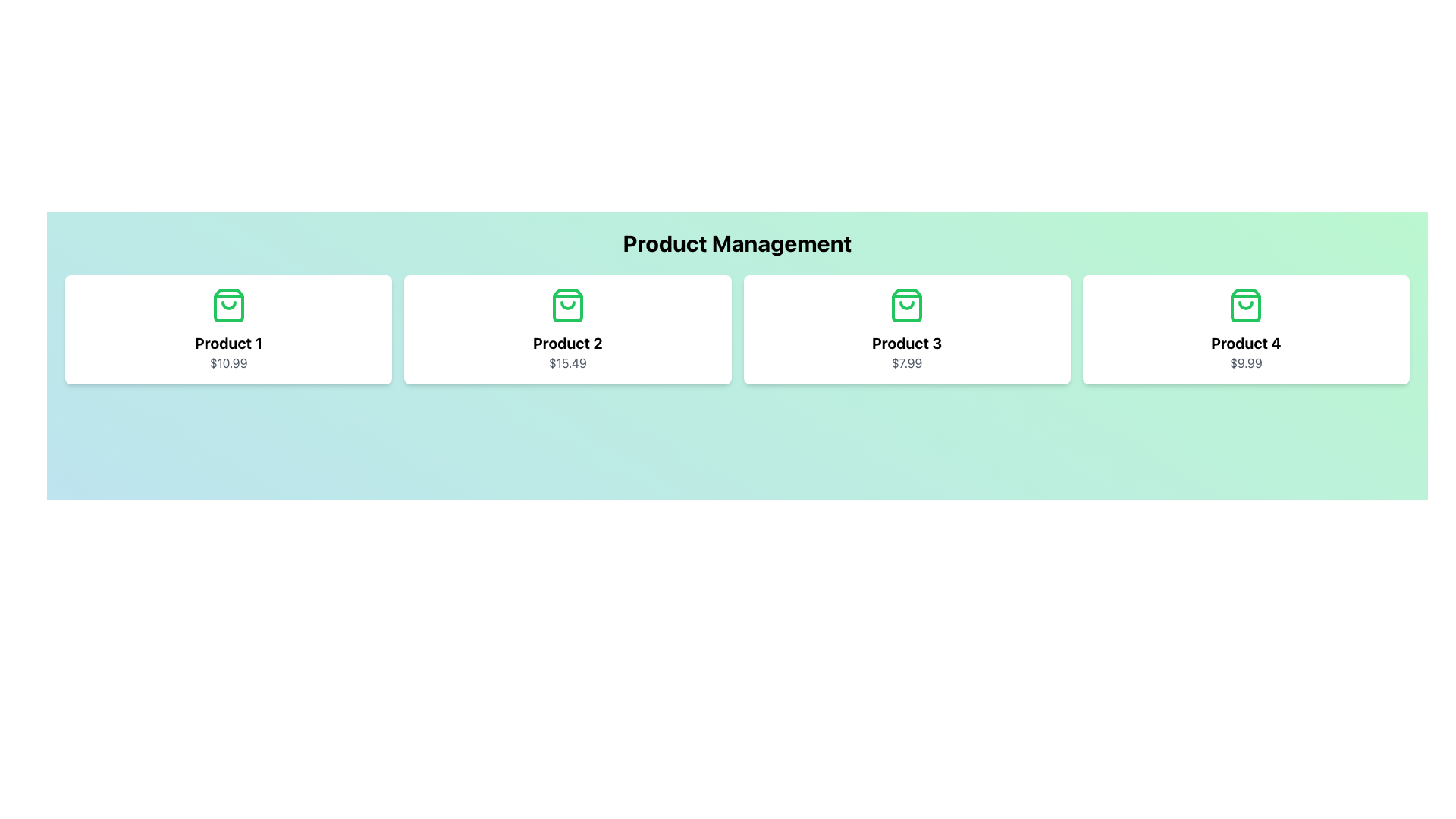  I want to click on the text label that identifies 'Product 1', which is located below the shopping bag icon and above the price '$10.99', so click(227, 343).